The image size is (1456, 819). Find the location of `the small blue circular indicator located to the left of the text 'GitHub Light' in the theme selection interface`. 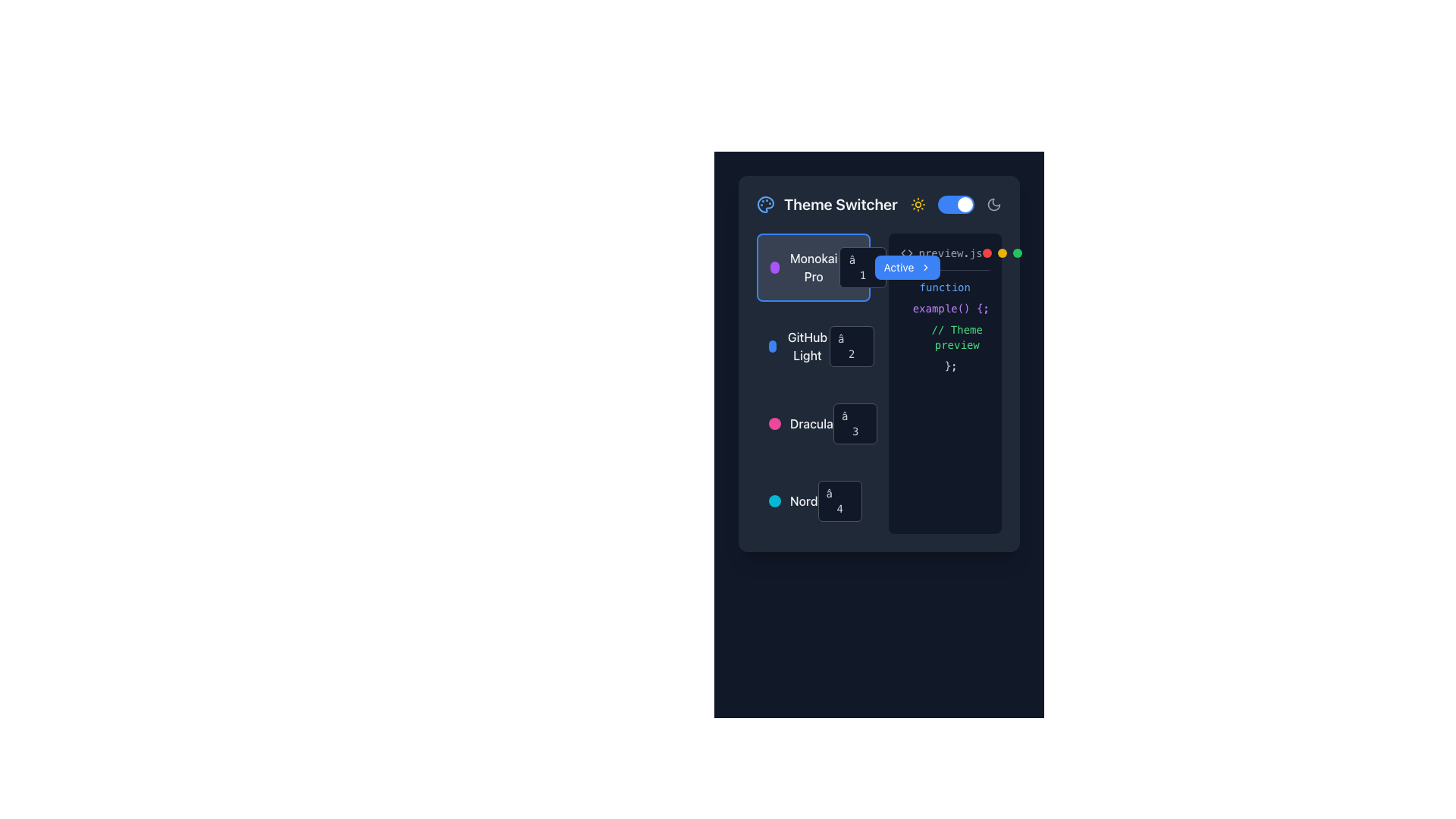

the small blue circular indicator located to the left of the text 'GitHub Light' in the theme selection interface is located at coordinates (772, 346).